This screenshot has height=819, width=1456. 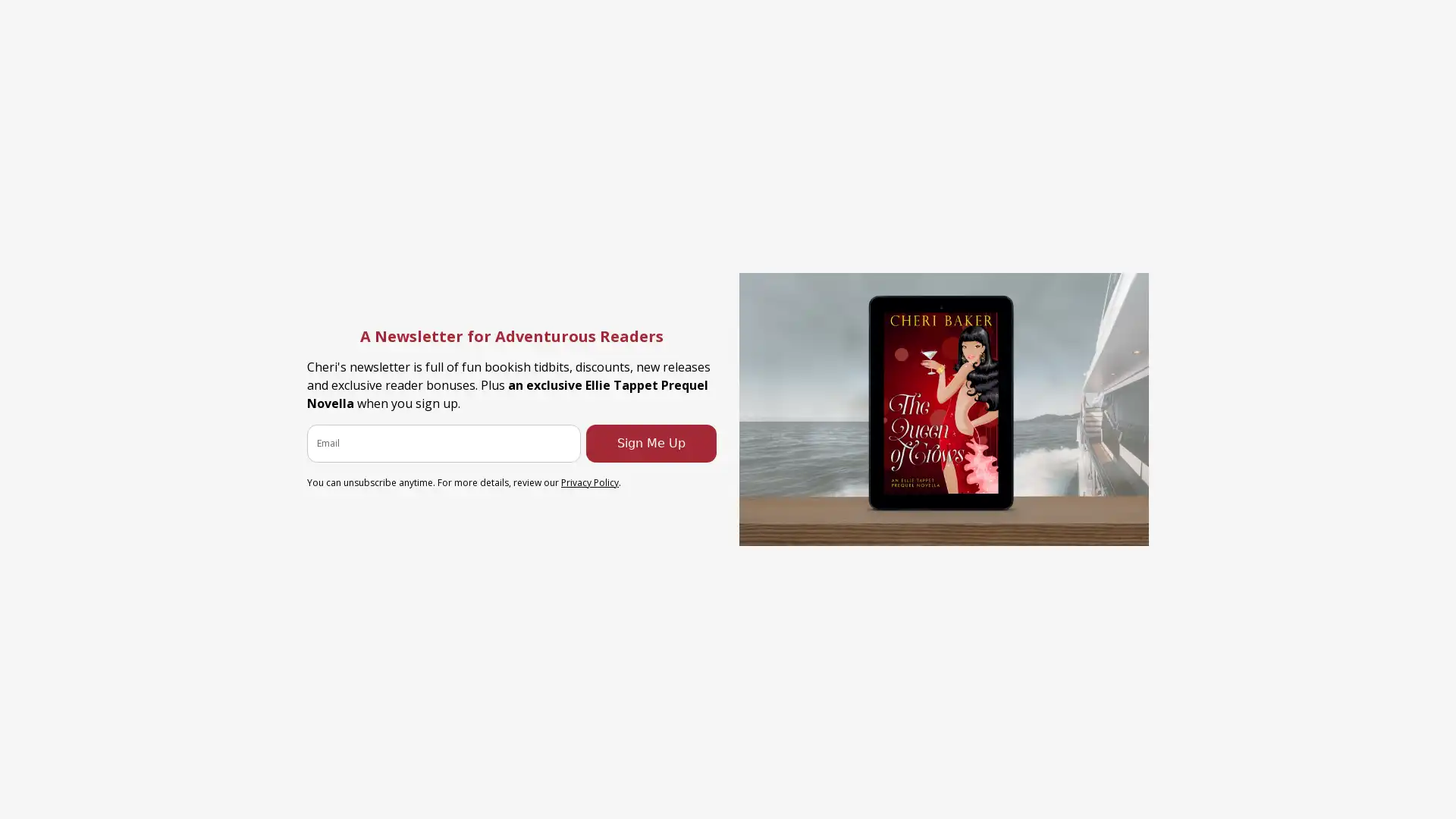 I want to click on Sign Me Up, so click(x=651, y=442).